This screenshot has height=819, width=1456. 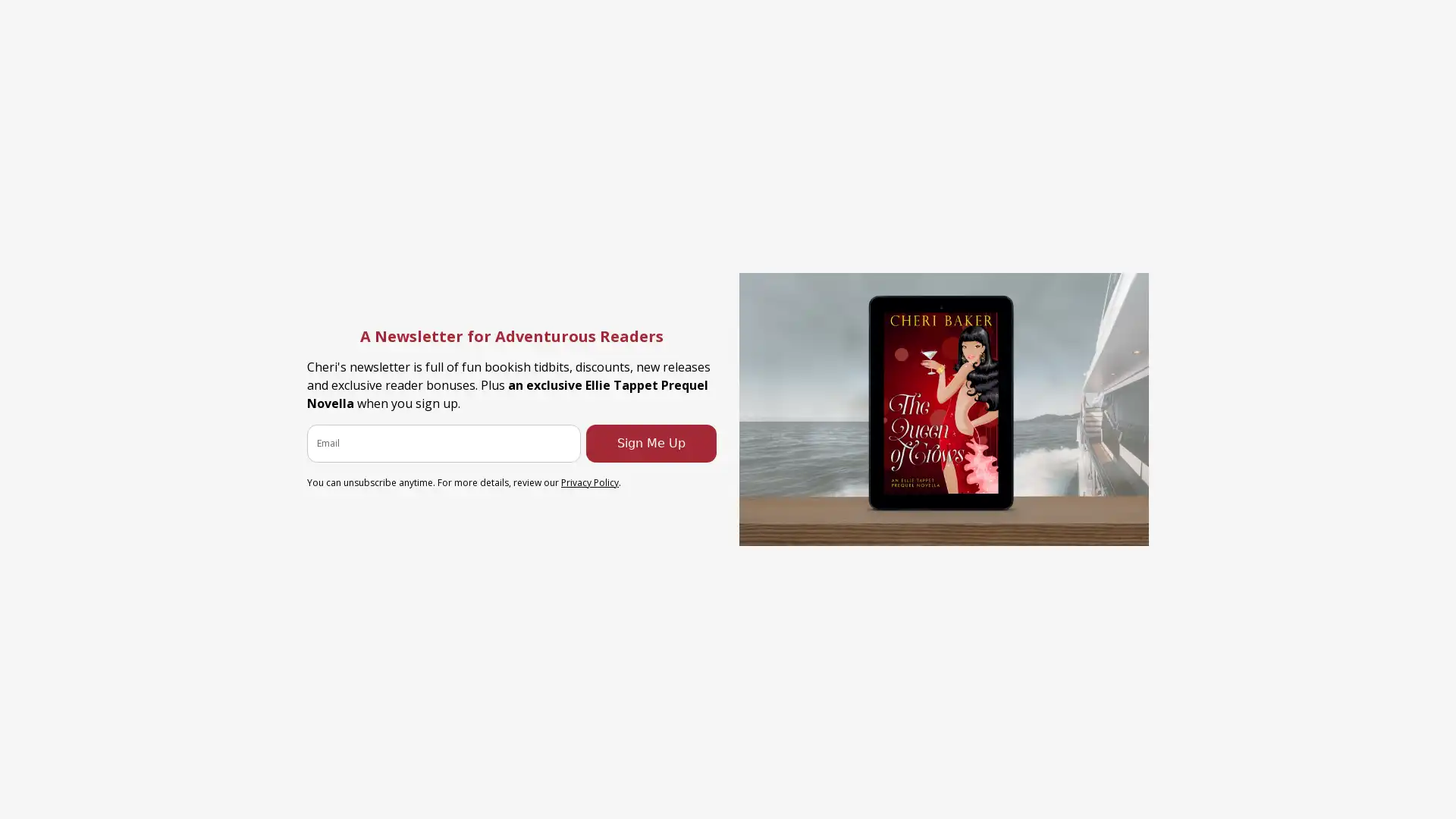 I want to click on Sign Me Up, so click(x=651, y=442).